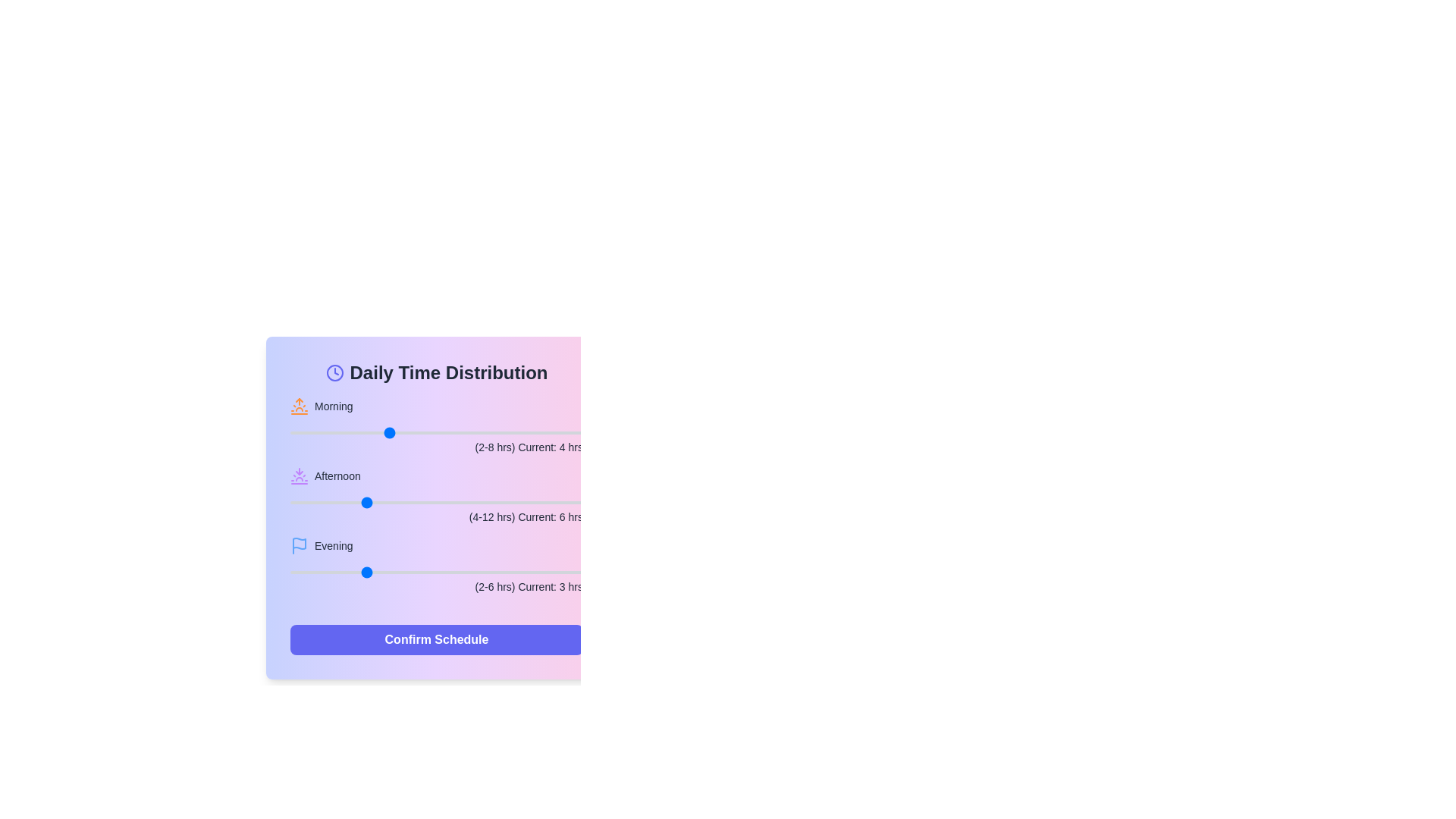 Image resolution: width=1456 pixels, height=819 pixels. Describe the element at coordinates (388, 432) in the screenshot. I see `the morning hours slider` at that location.